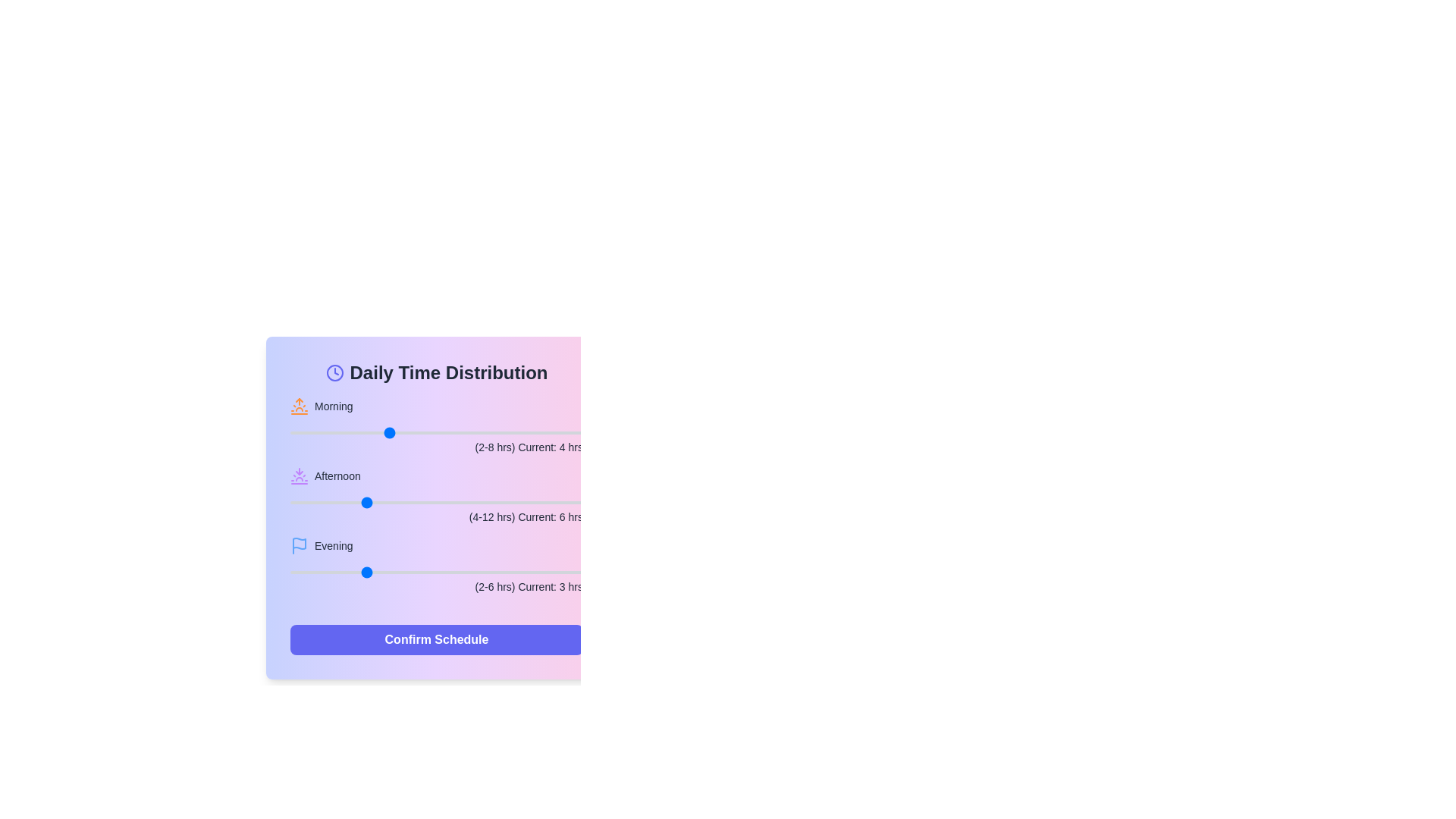 Image resolution: width=1456 pixels, height=819 pixels. Describe the element at coordinates (388, 432) in the screenshot. I see `the morning hours slider` at that location.